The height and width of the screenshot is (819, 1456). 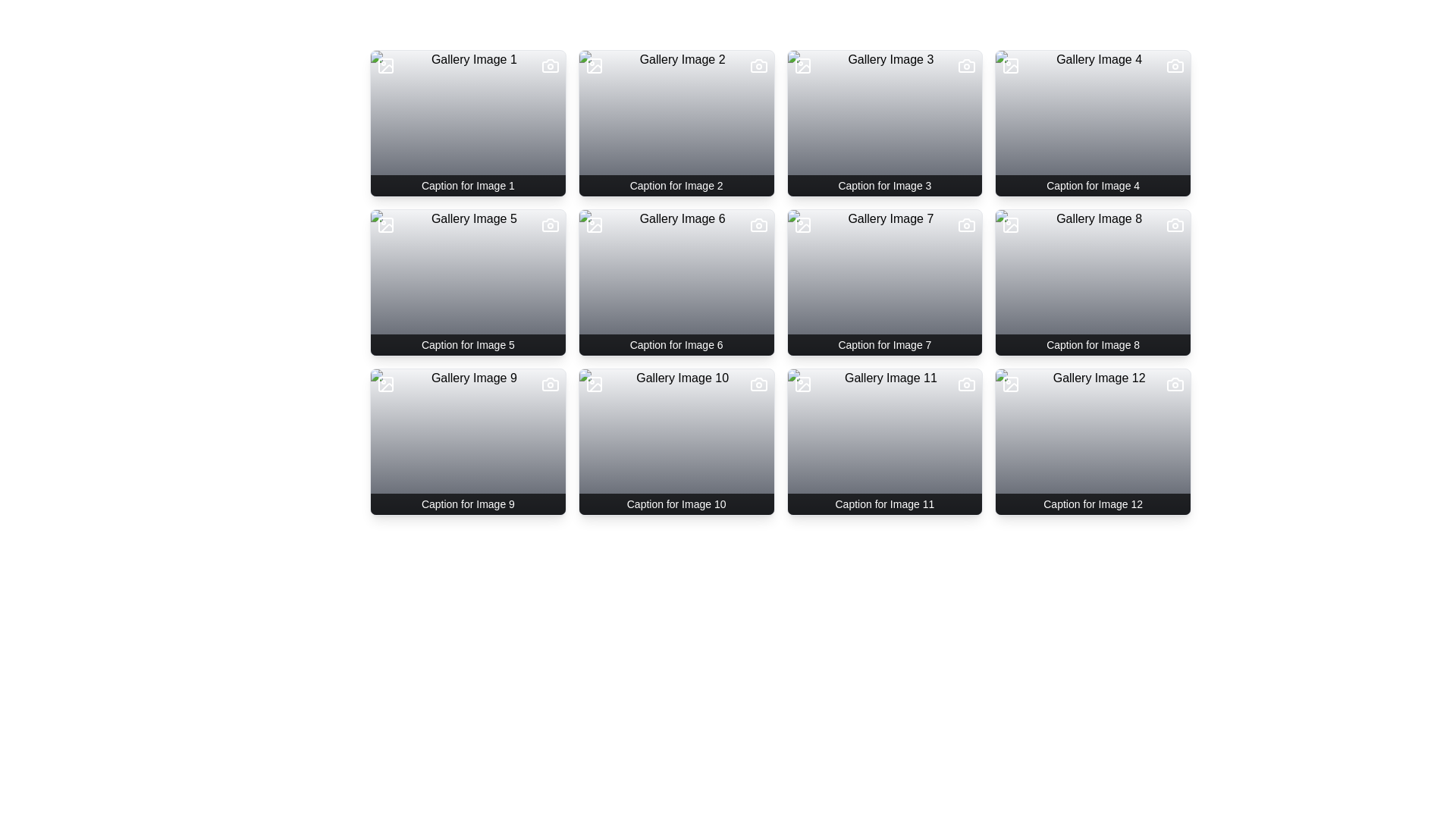 I want to click on the image icon in the top-left corner of the gallery item labeled 'Caption for Image 12', which has a white border and a semi-transparent background, so click(x=1011, y=383).